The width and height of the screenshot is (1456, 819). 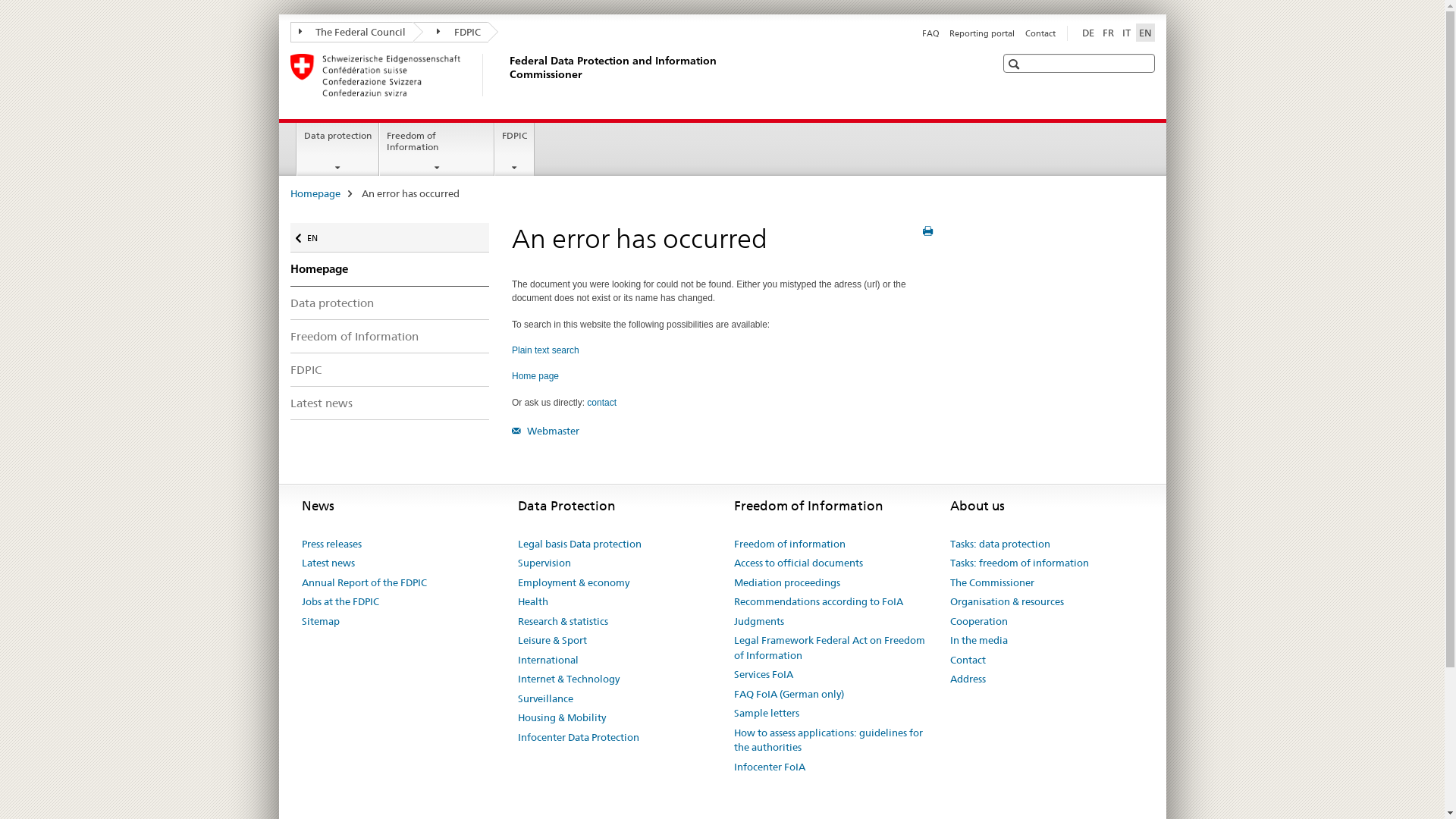 What do you see at coordinates (302, 582) in the screenshot?
I see `'Annual Report of the FDPIC'` at bounding box center [302, 582].